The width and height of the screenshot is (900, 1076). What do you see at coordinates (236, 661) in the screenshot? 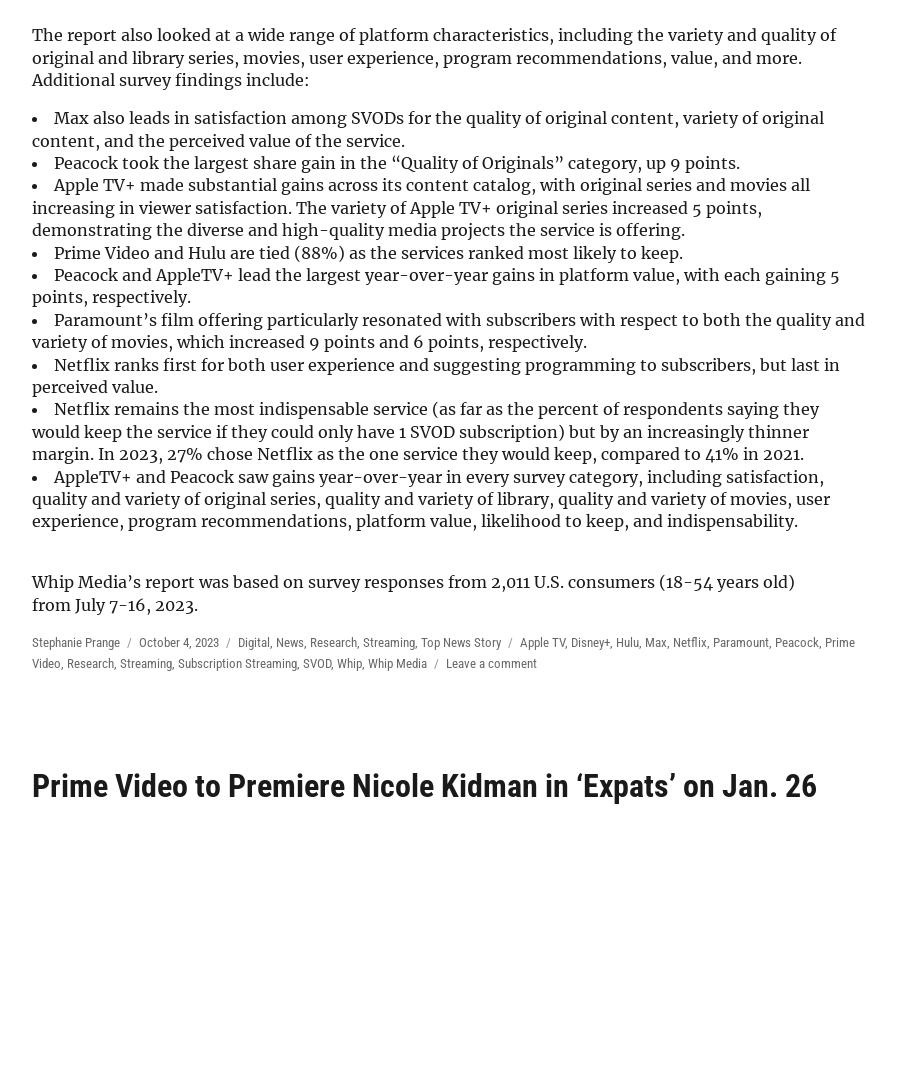
I see `'Subscription Streaming'` at bounding box center [236, 661].